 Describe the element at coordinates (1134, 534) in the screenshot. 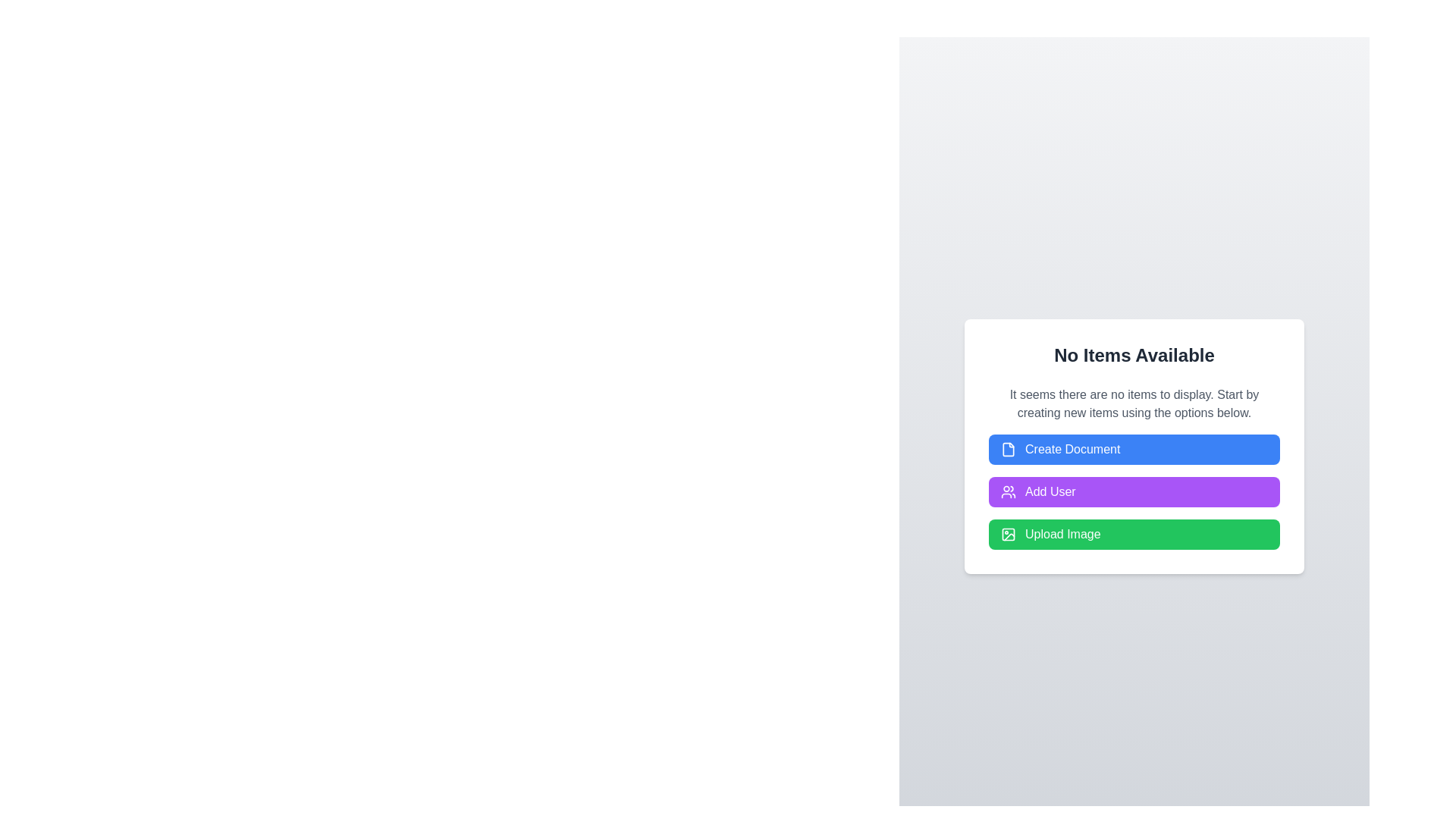

I see `the image upload button, which is the last button in a vertical stack within a white card modal, to change its background color to a darker green` at that location.